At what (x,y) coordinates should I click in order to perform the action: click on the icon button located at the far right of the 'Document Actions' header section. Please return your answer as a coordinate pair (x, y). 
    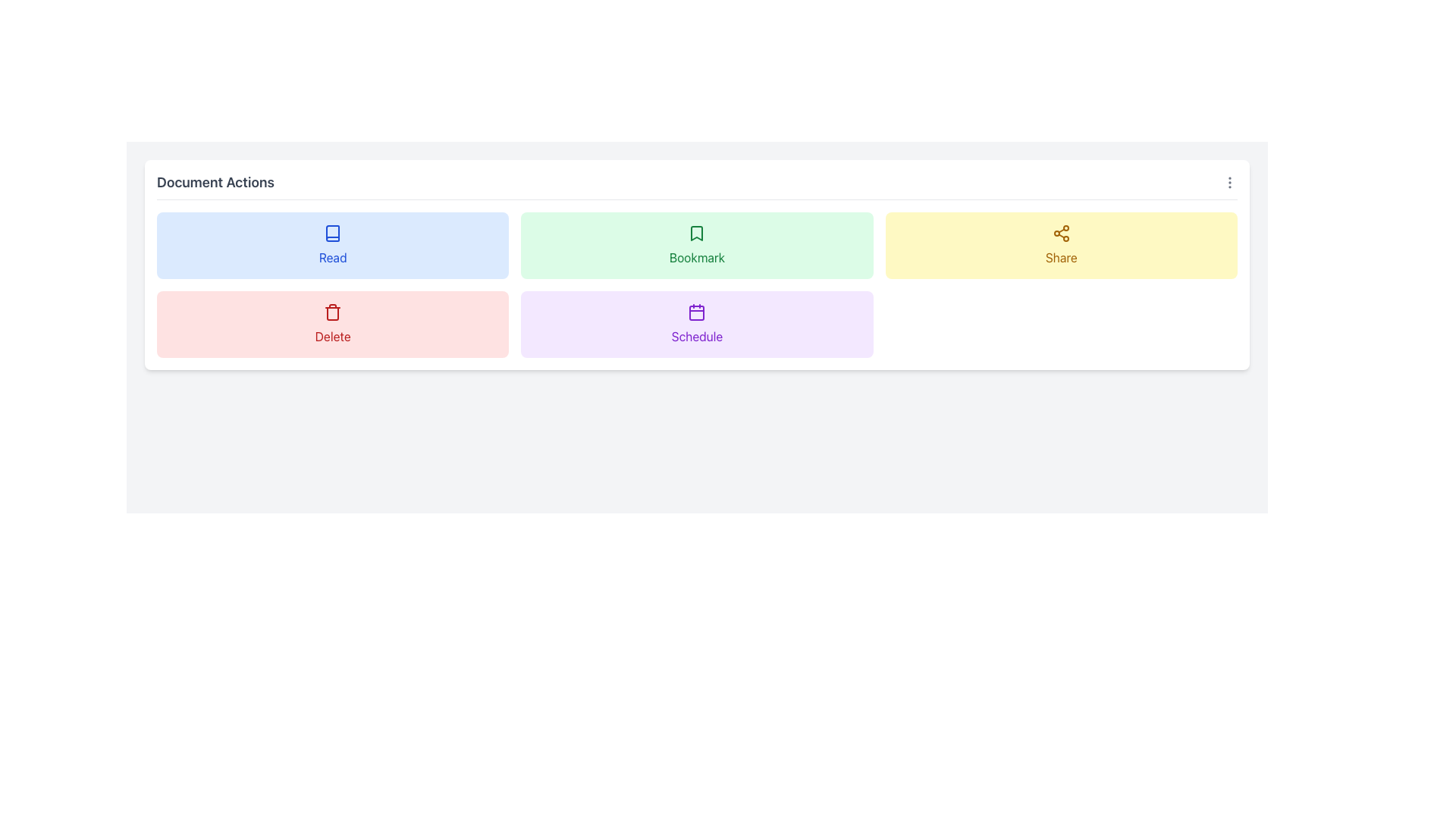
    Looking at the image, I should click on (1230, 181).